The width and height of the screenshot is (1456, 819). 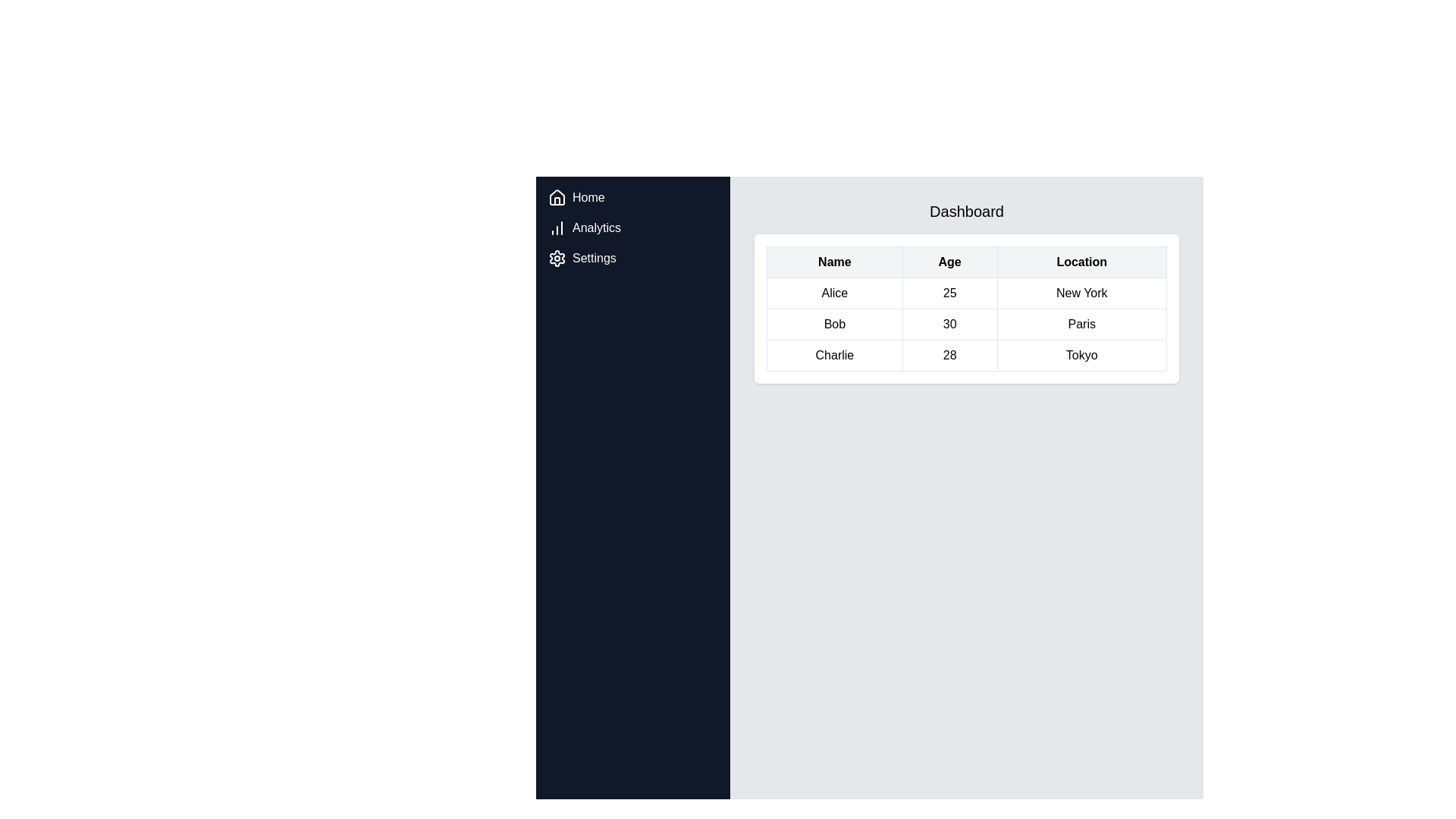 What do you see at coordinates (949, 324) in the screenshot?
I see `the text field displaying '30' located in the second column of the second row under the header 'Age' in the table` at bounding box center [949, 324].